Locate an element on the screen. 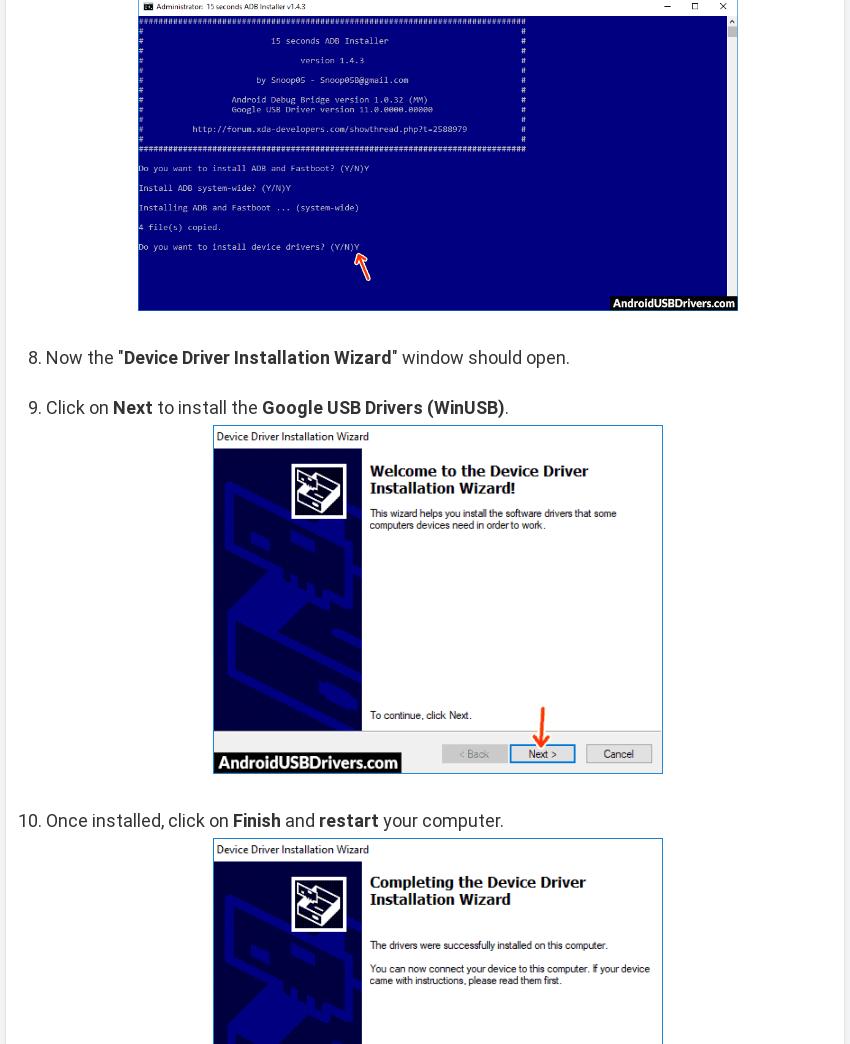  'and' is located at coordinates (299, 819).